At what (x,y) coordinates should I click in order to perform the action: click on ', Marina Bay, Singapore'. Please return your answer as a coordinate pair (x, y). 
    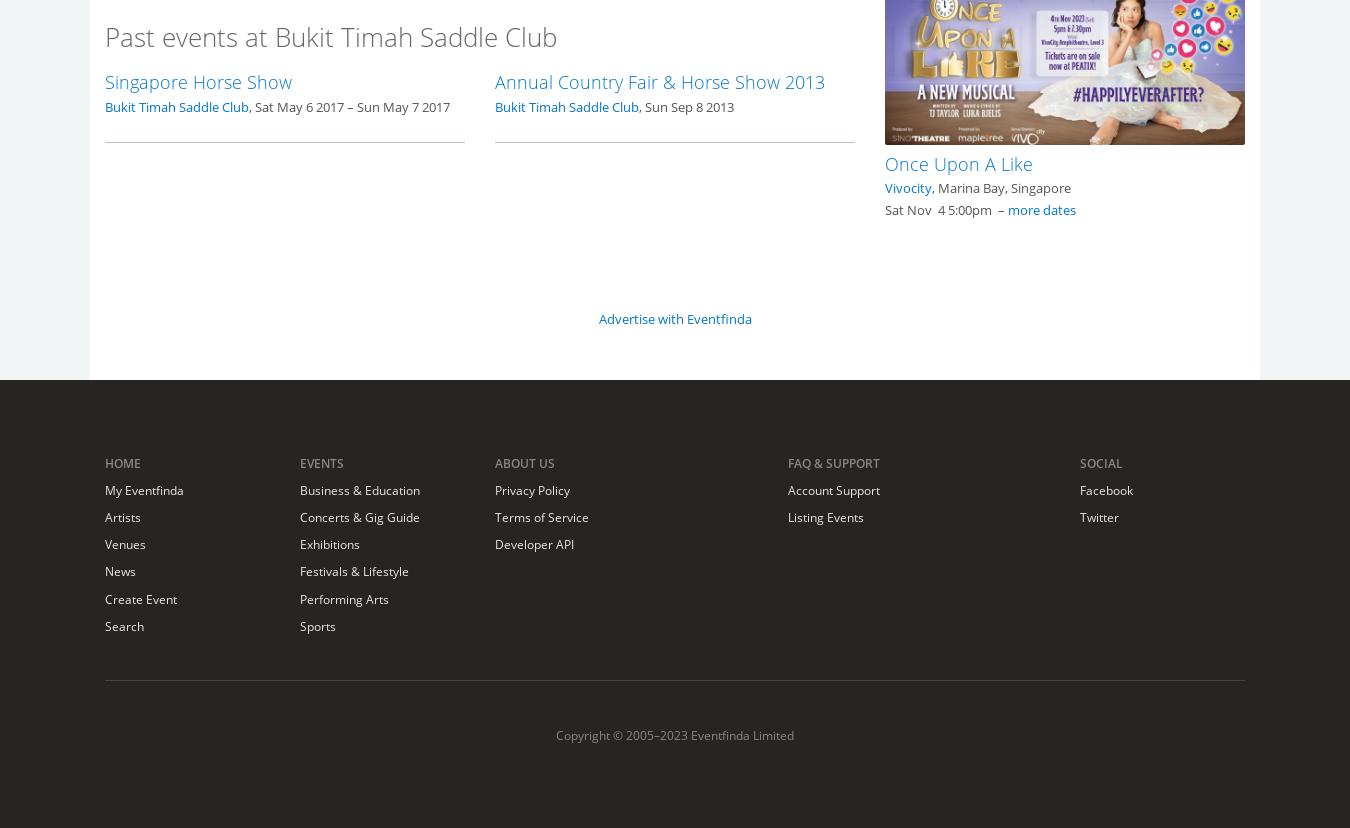
    Looking at the image, I should click on (931, 185).